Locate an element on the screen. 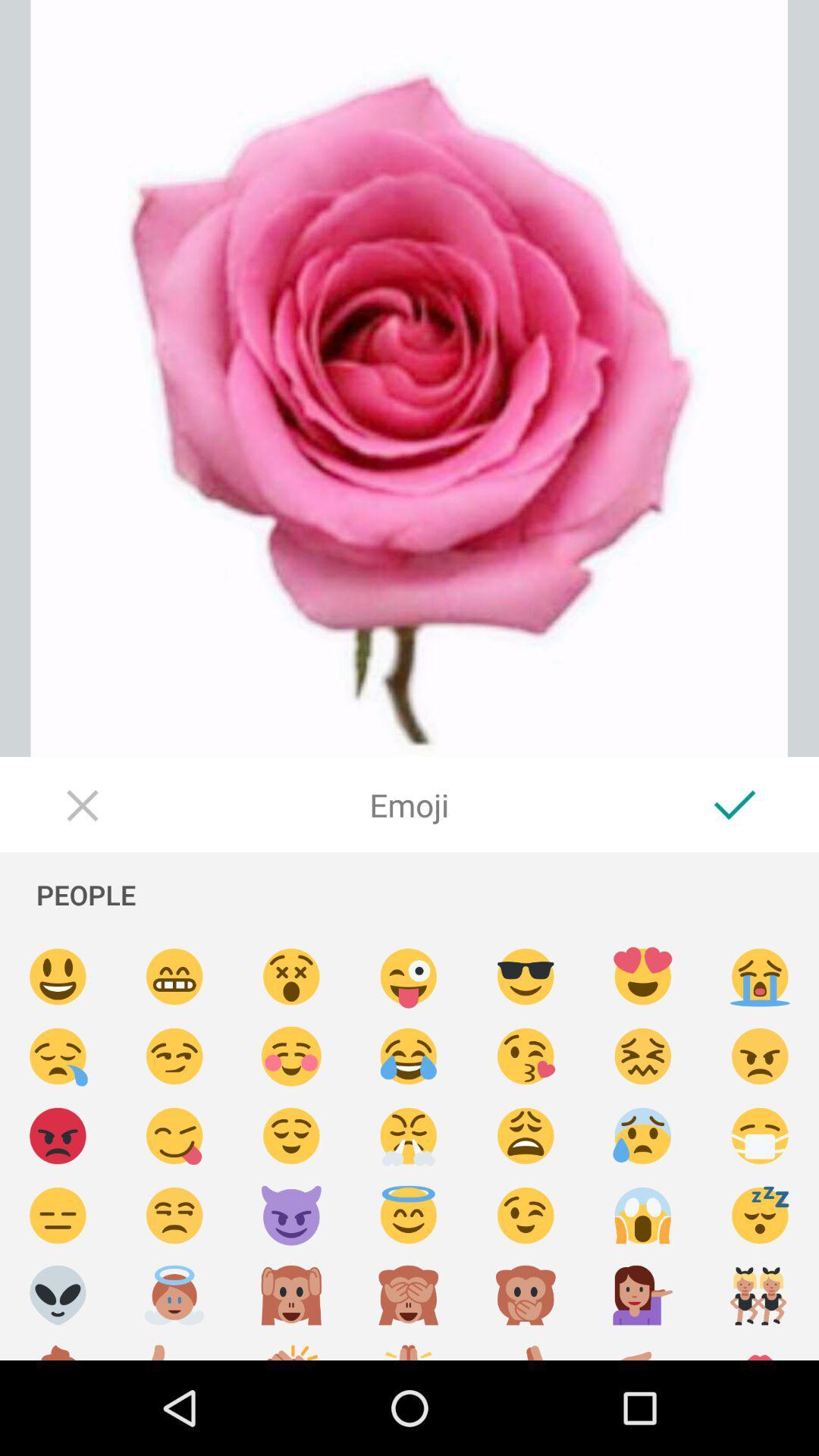 The height and width of the screenshot is (1456, 819). monkey emoji is located at coordinates (291, 1294).